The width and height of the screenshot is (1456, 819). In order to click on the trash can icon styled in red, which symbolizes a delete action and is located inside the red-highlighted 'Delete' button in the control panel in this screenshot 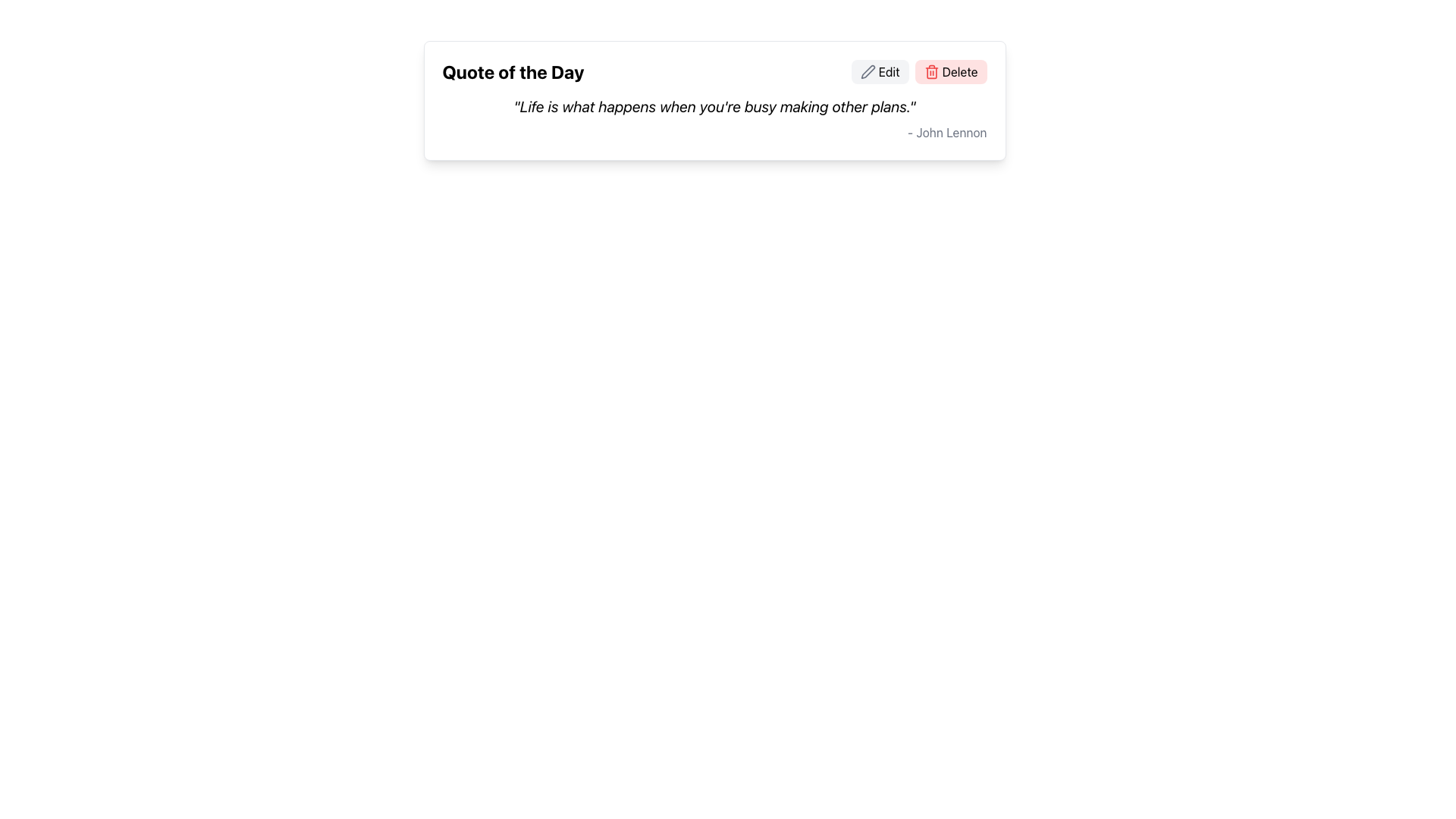, I will do `click(930, 72)`.